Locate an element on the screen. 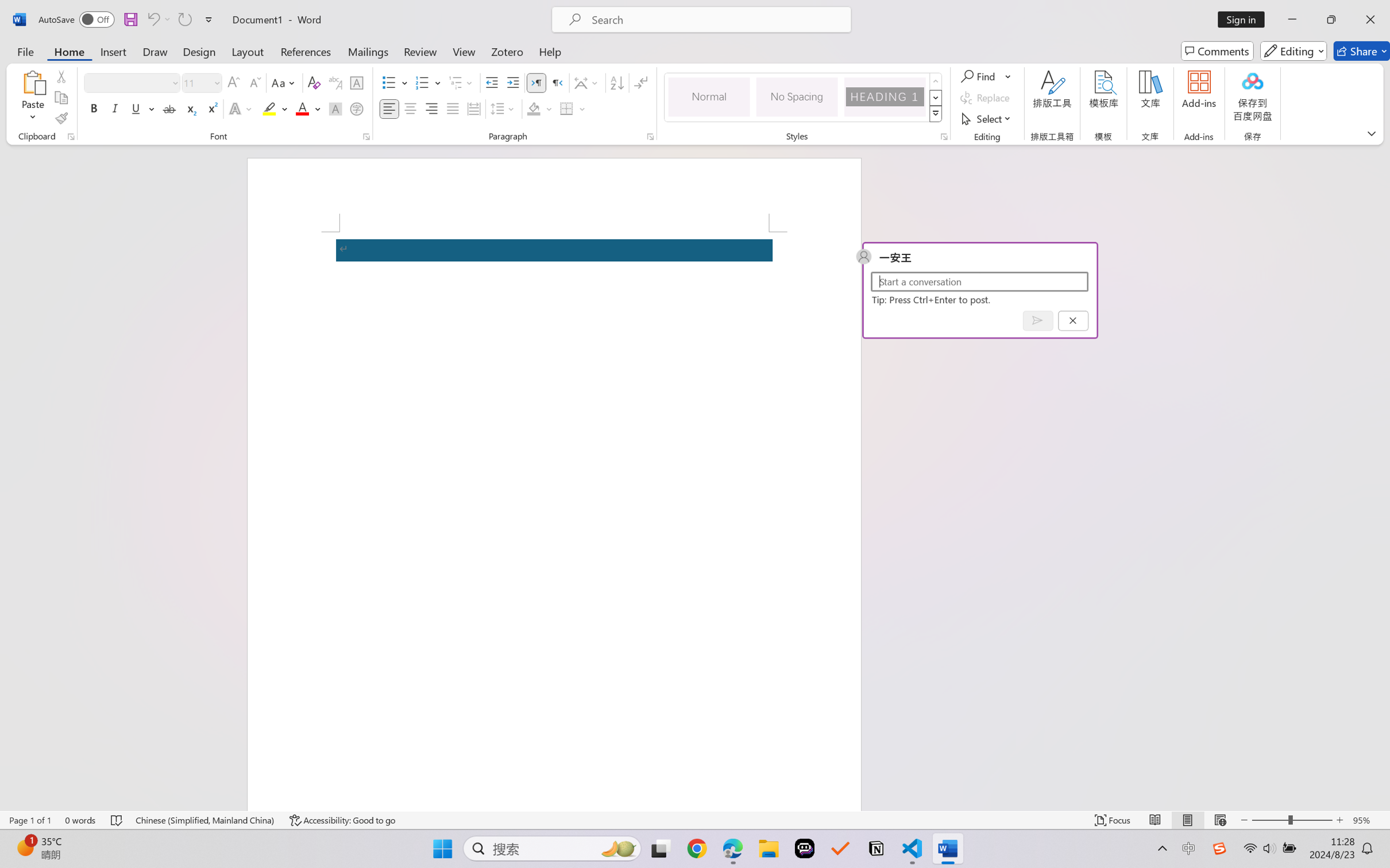  'Language Chinese (Simplified, Mainland China)' is located at coordinates (204, 820).